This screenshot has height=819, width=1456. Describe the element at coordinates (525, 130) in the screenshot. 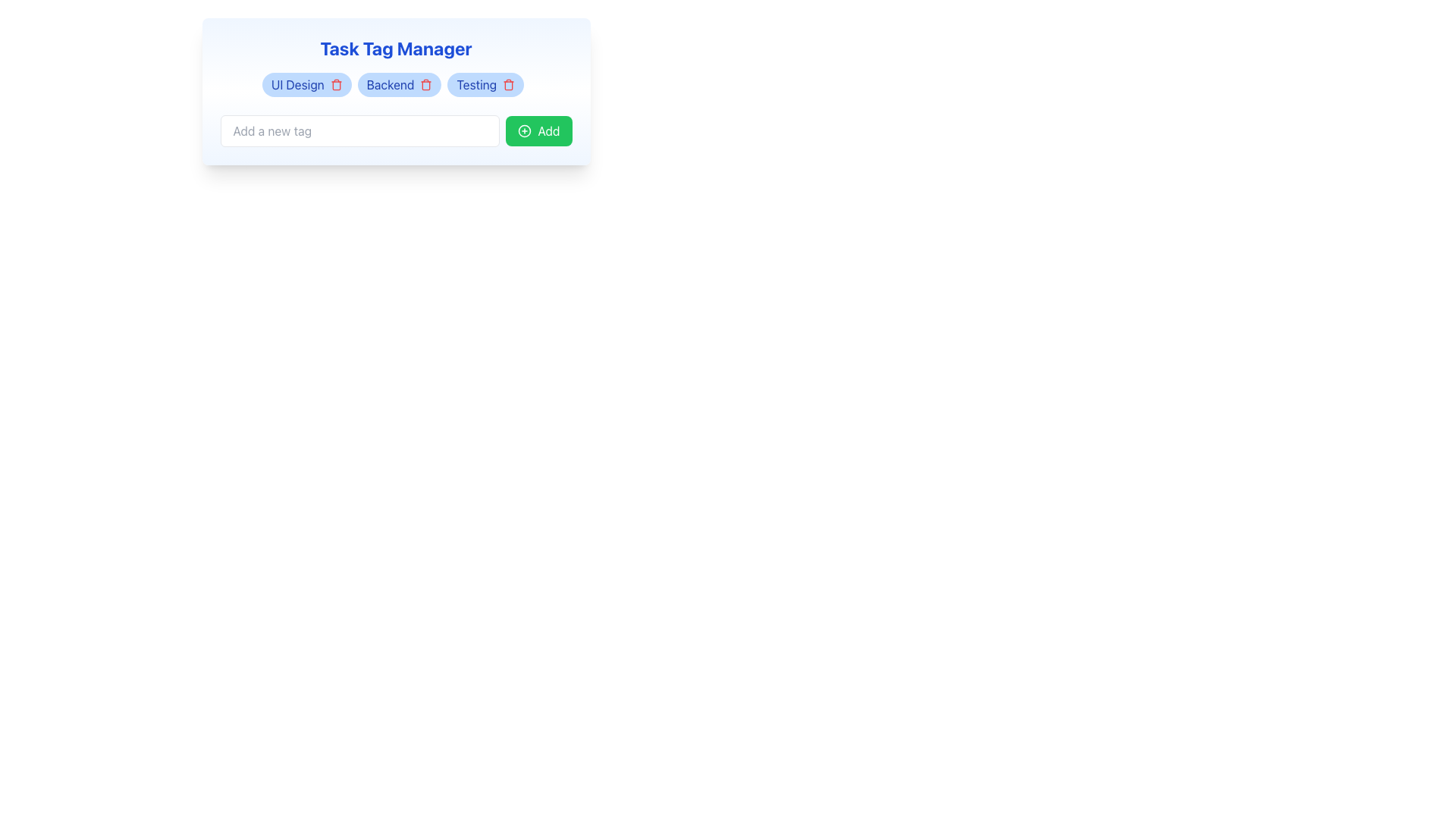

I see `the leftmost part of the green 'Add' button icon, which indicates the action of adding a new item or creating something` at that location.